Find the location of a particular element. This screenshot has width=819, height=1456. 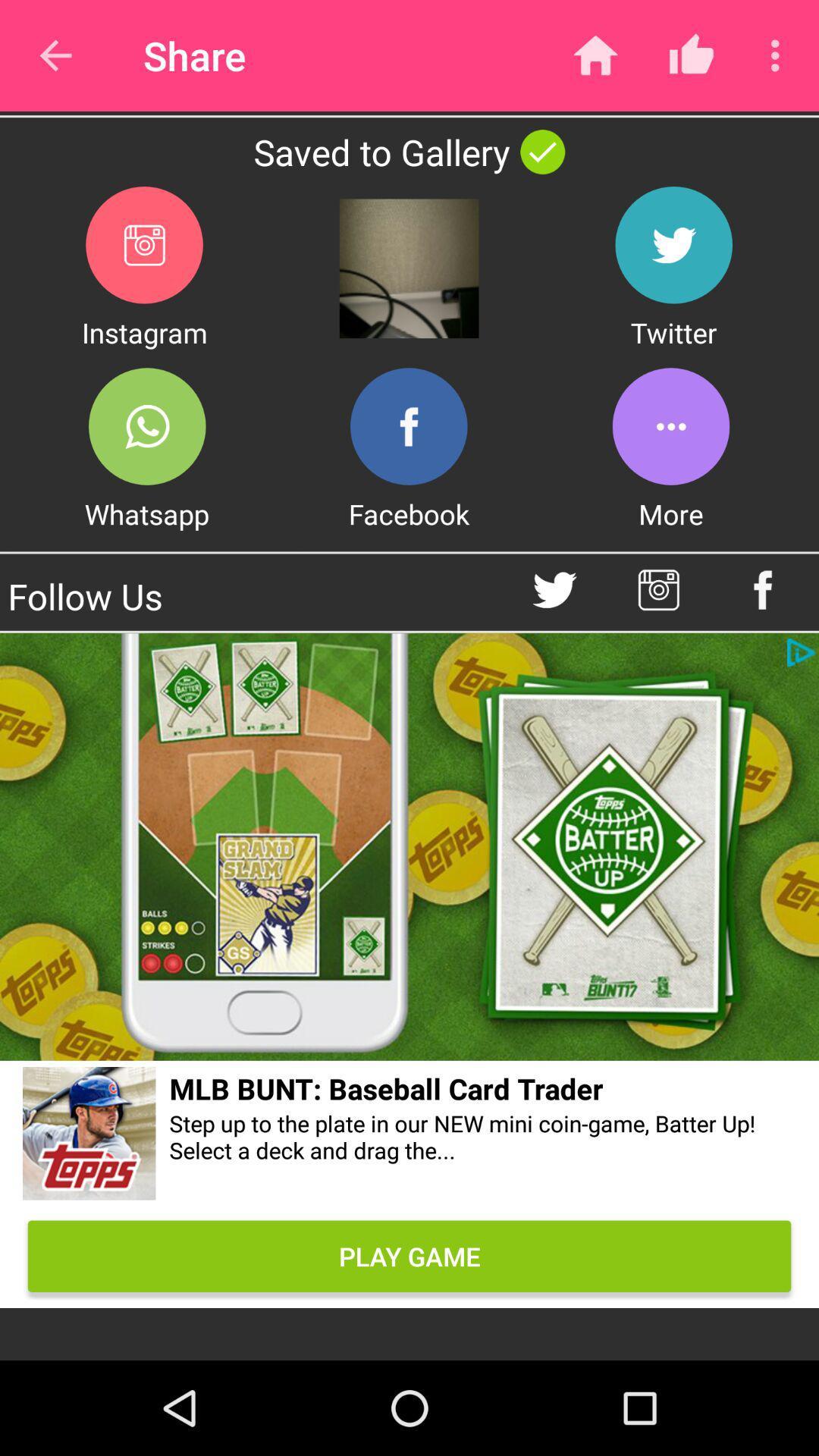

the add is located at coordinates (409, 846).